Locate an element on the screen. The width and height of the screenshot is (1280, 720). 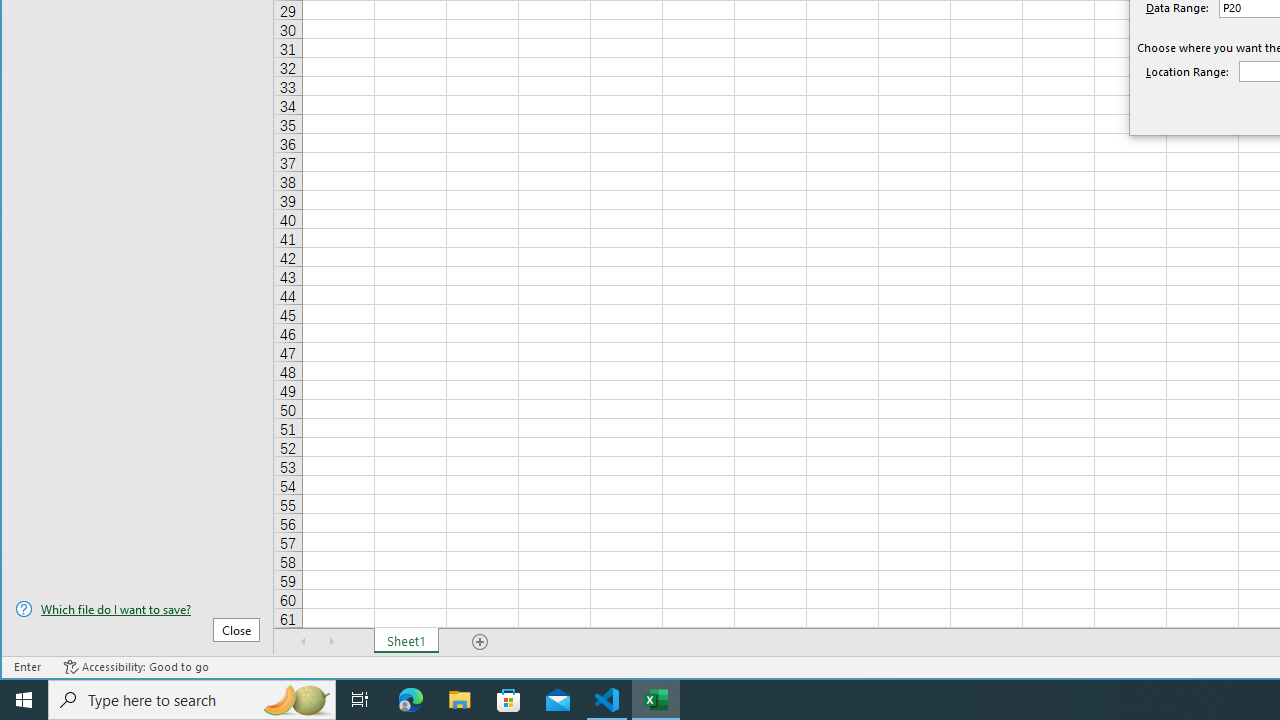
'Which file do I want to save?' is located at coordinates (136, 608).